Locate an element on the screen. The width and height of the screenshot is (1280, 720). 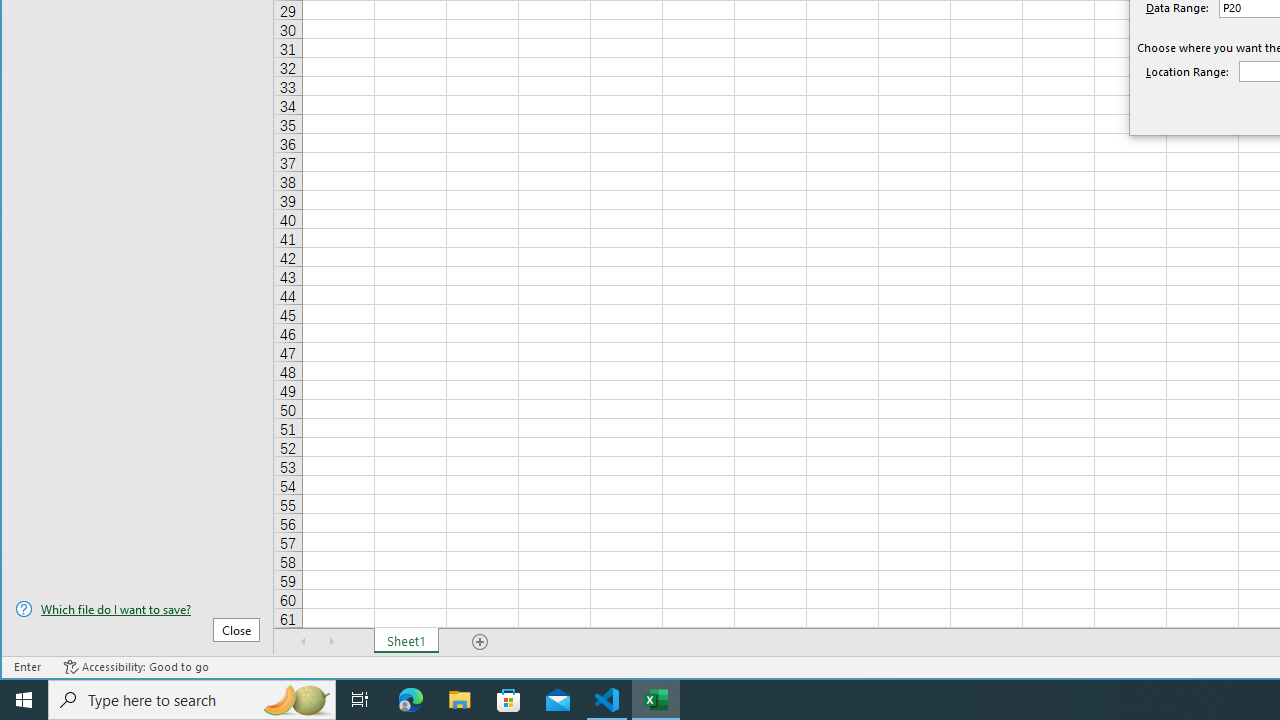
'Which file do I want to save?' is located at coordinates (136, 608).